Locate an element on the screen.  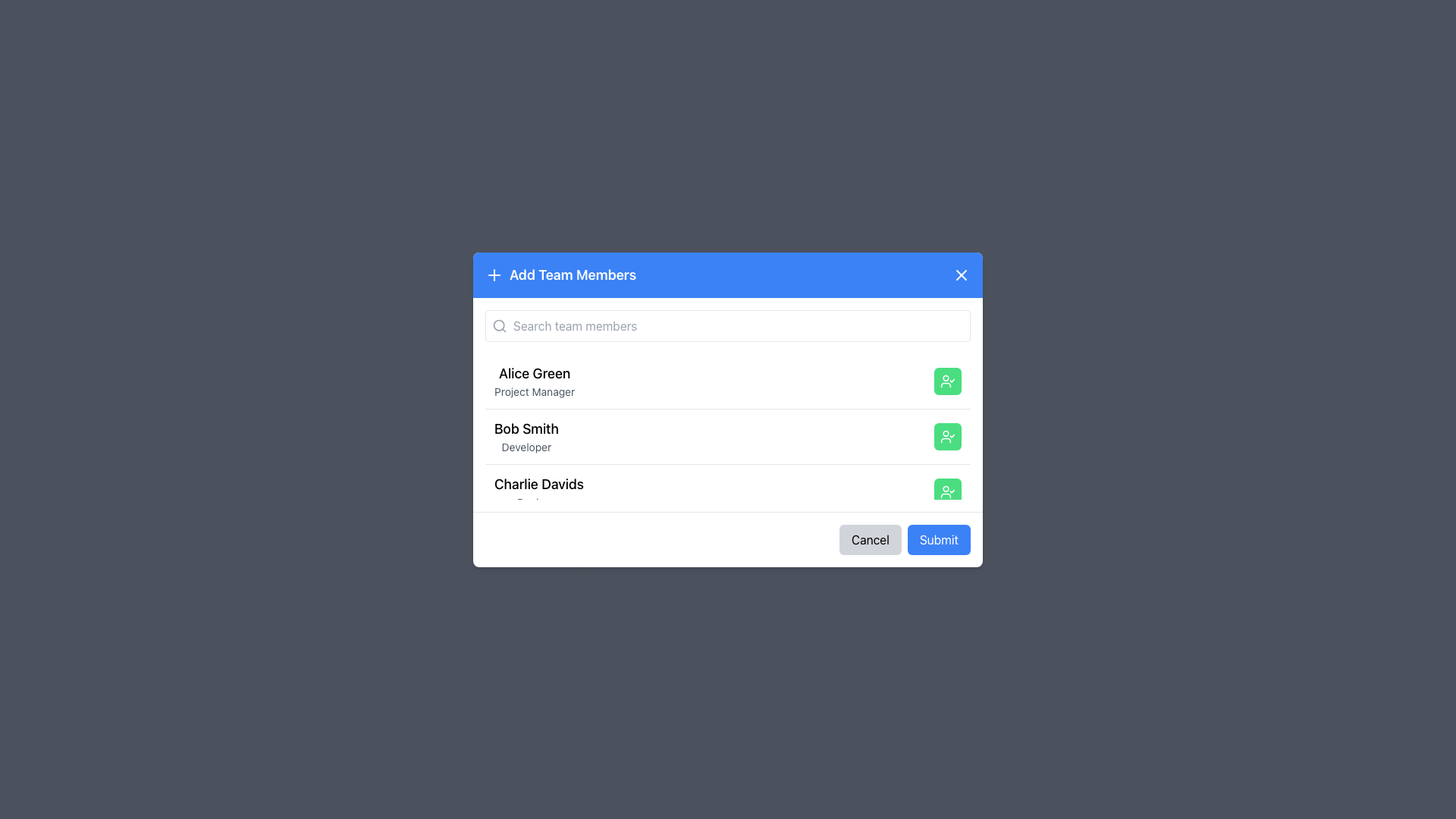
the icon indicating that Charlie Davids has been selected in the list of team members within the 'Add Team Members' modal is located at coordinates (946, 491).